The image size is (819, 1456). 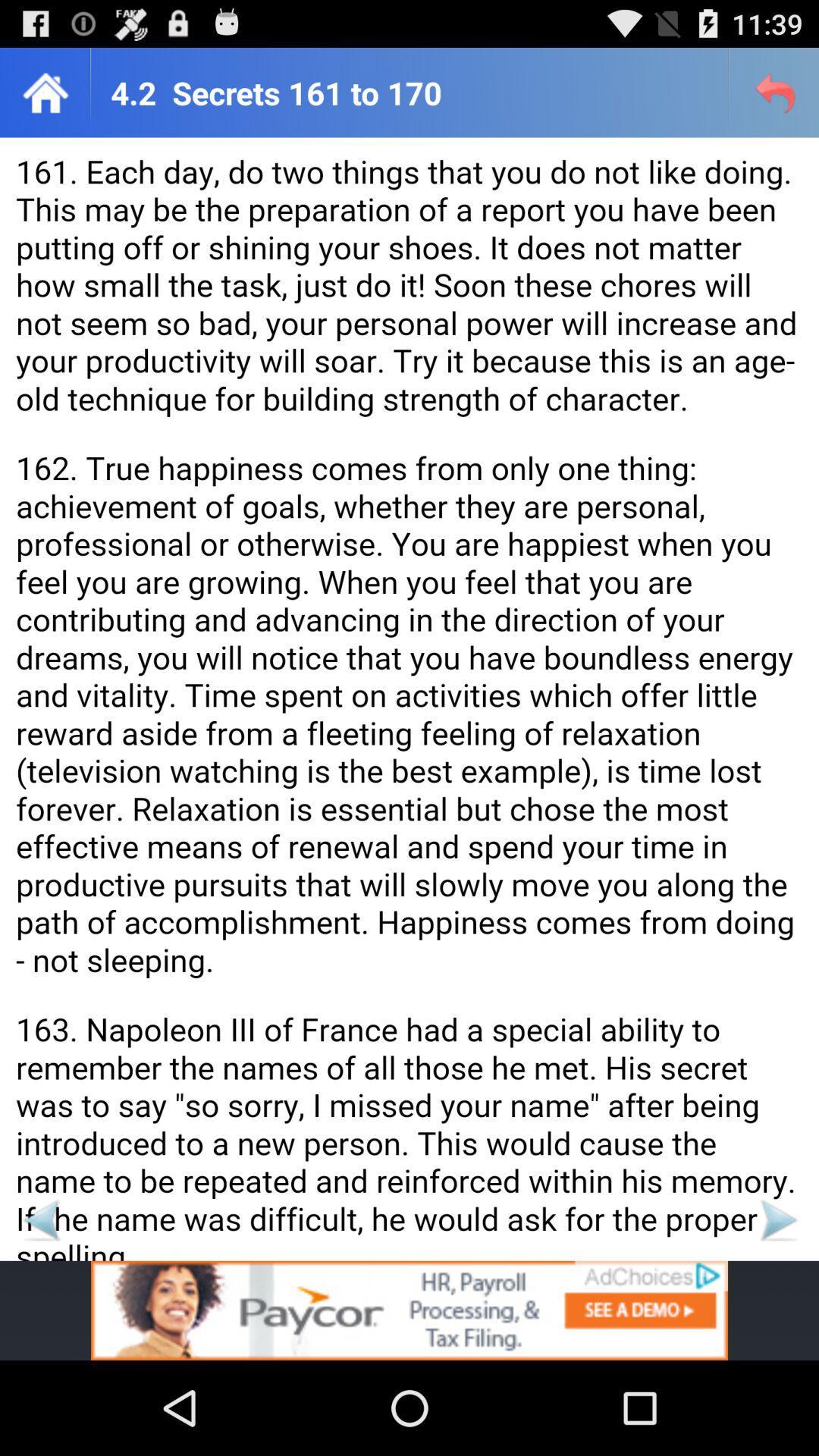 What do you see at coordinates (40, 1304) in the screenshot?
I see `the arrow_backward icon` at bounding box center [40, 1304].